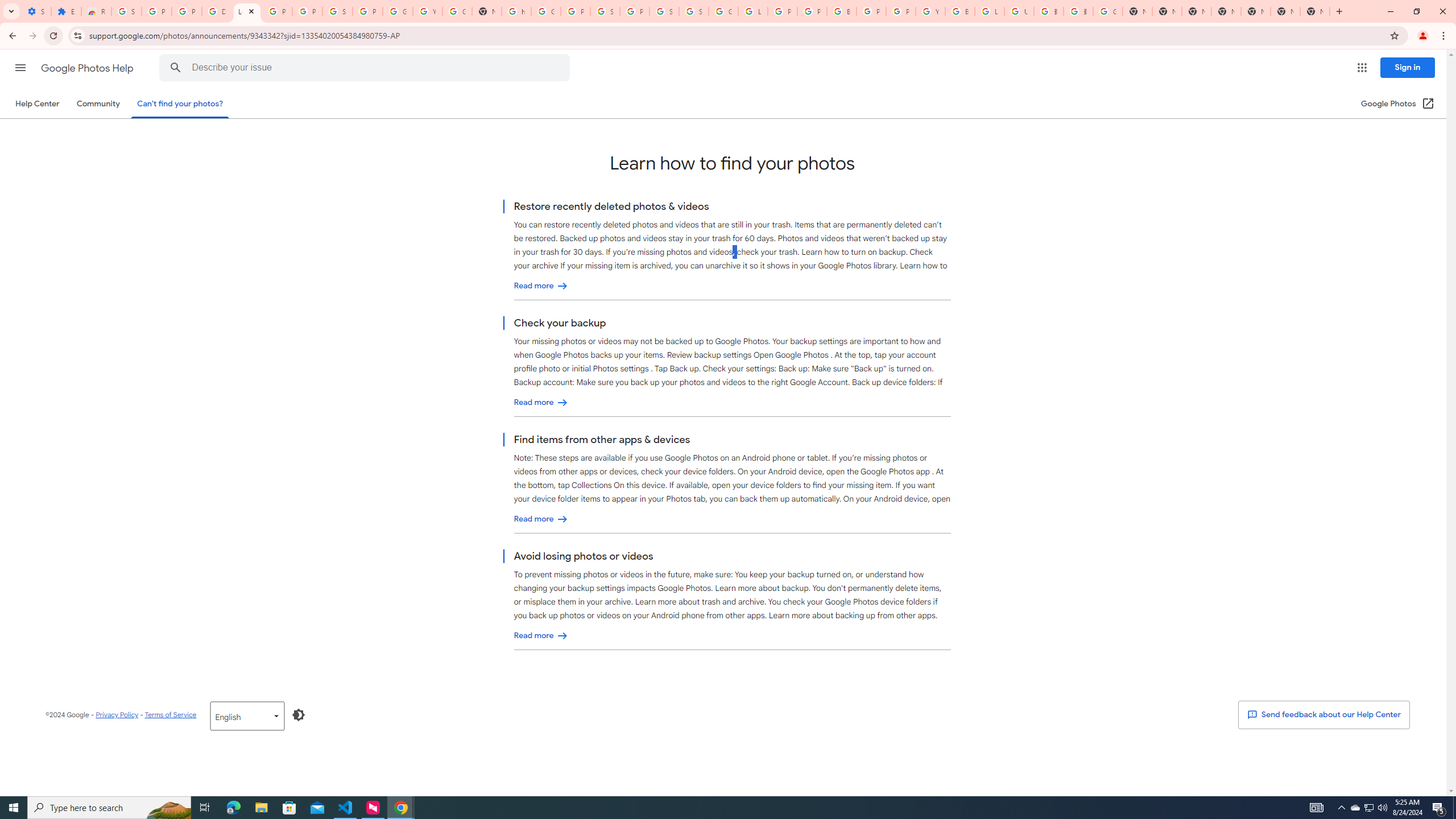  Describe the element at coordinates (95, 11) in the screenshot. I see `'Reviews: Helix Fruit Jump Arcade Game'` at that location.